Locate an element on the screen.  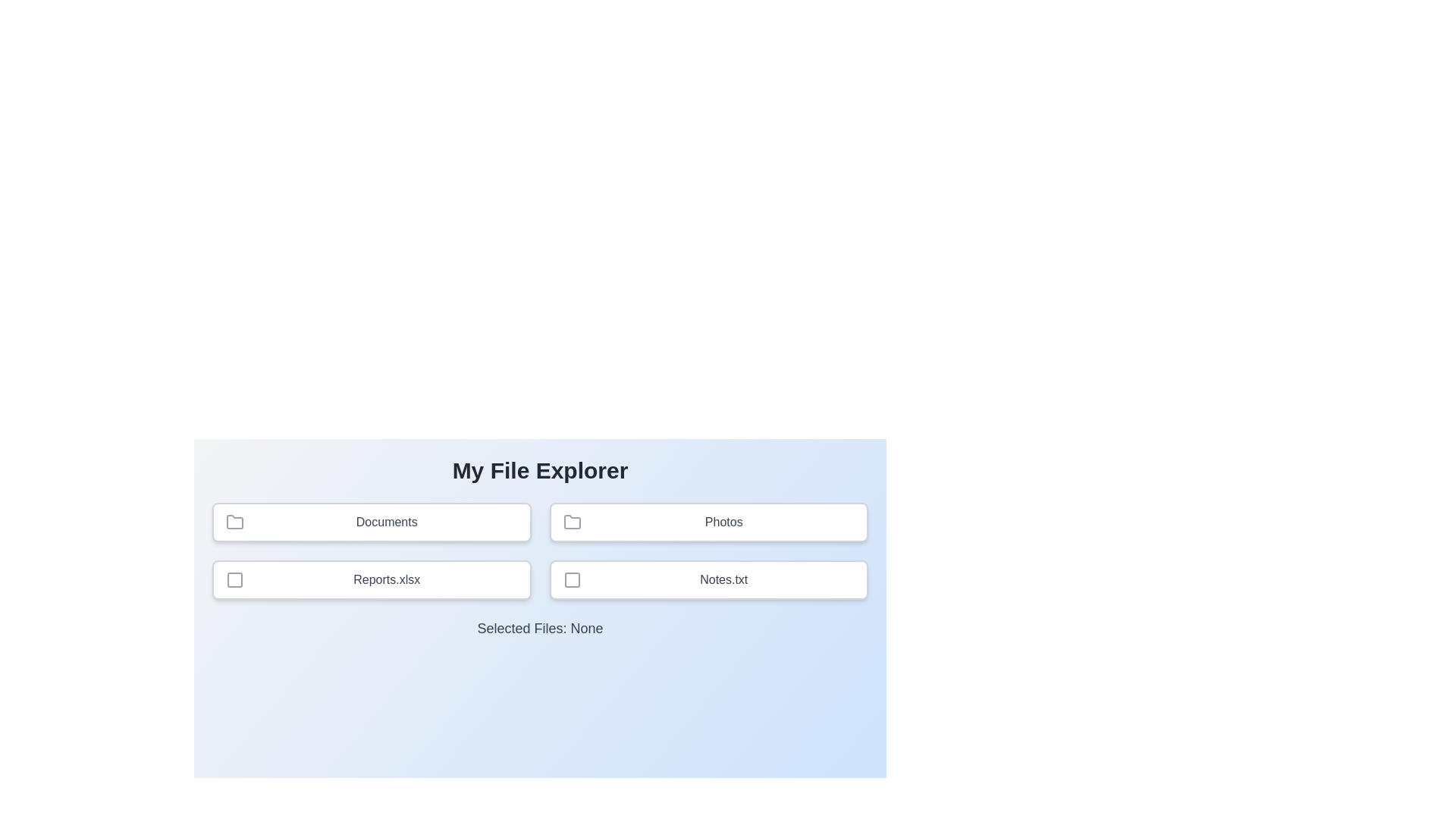
the file Notes.txt to view it in the selected files list is located at coordinates (708, 579).